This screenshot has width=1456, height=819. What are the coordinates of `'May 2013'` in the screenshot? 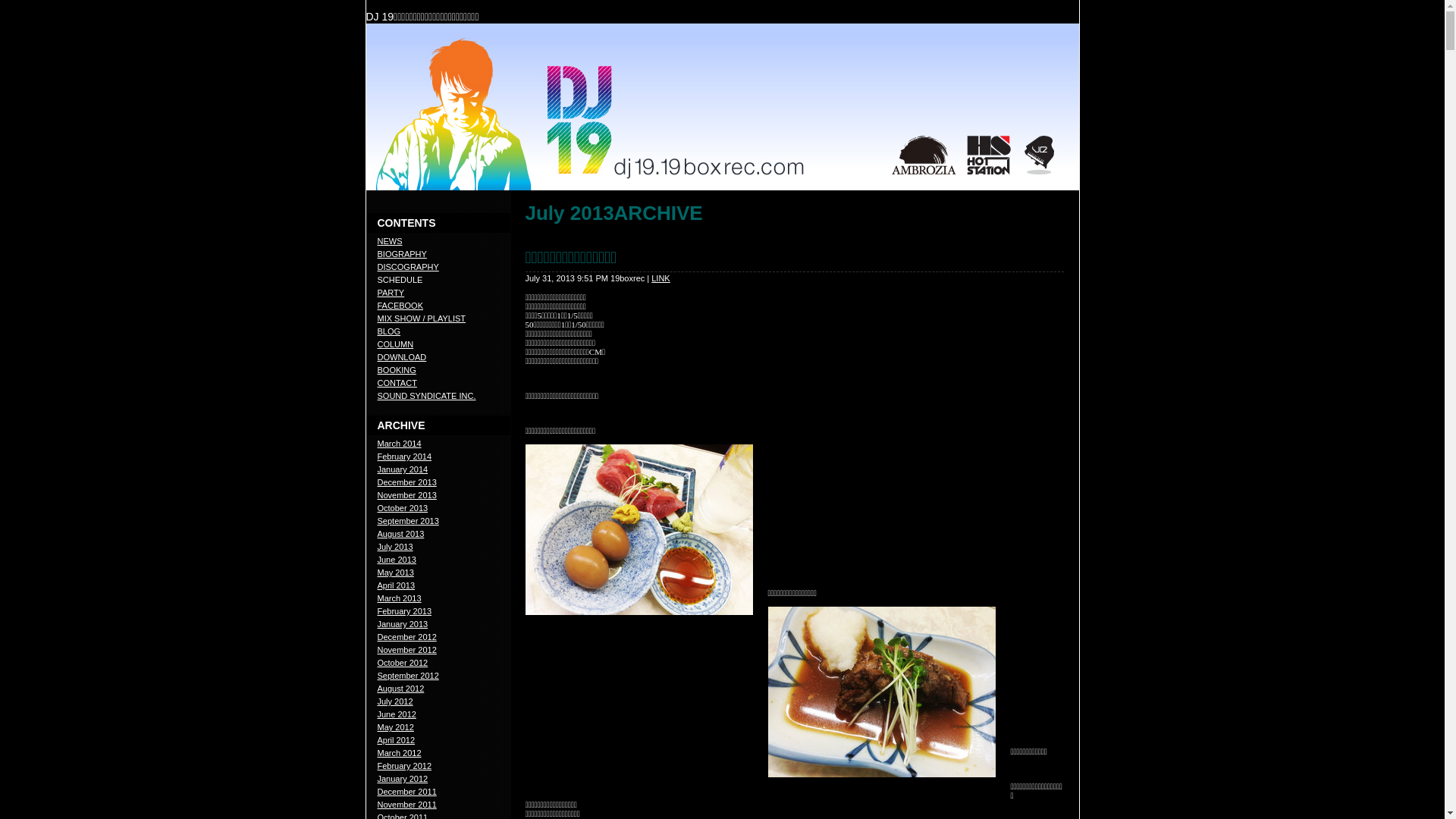 It's located at (396, 573).